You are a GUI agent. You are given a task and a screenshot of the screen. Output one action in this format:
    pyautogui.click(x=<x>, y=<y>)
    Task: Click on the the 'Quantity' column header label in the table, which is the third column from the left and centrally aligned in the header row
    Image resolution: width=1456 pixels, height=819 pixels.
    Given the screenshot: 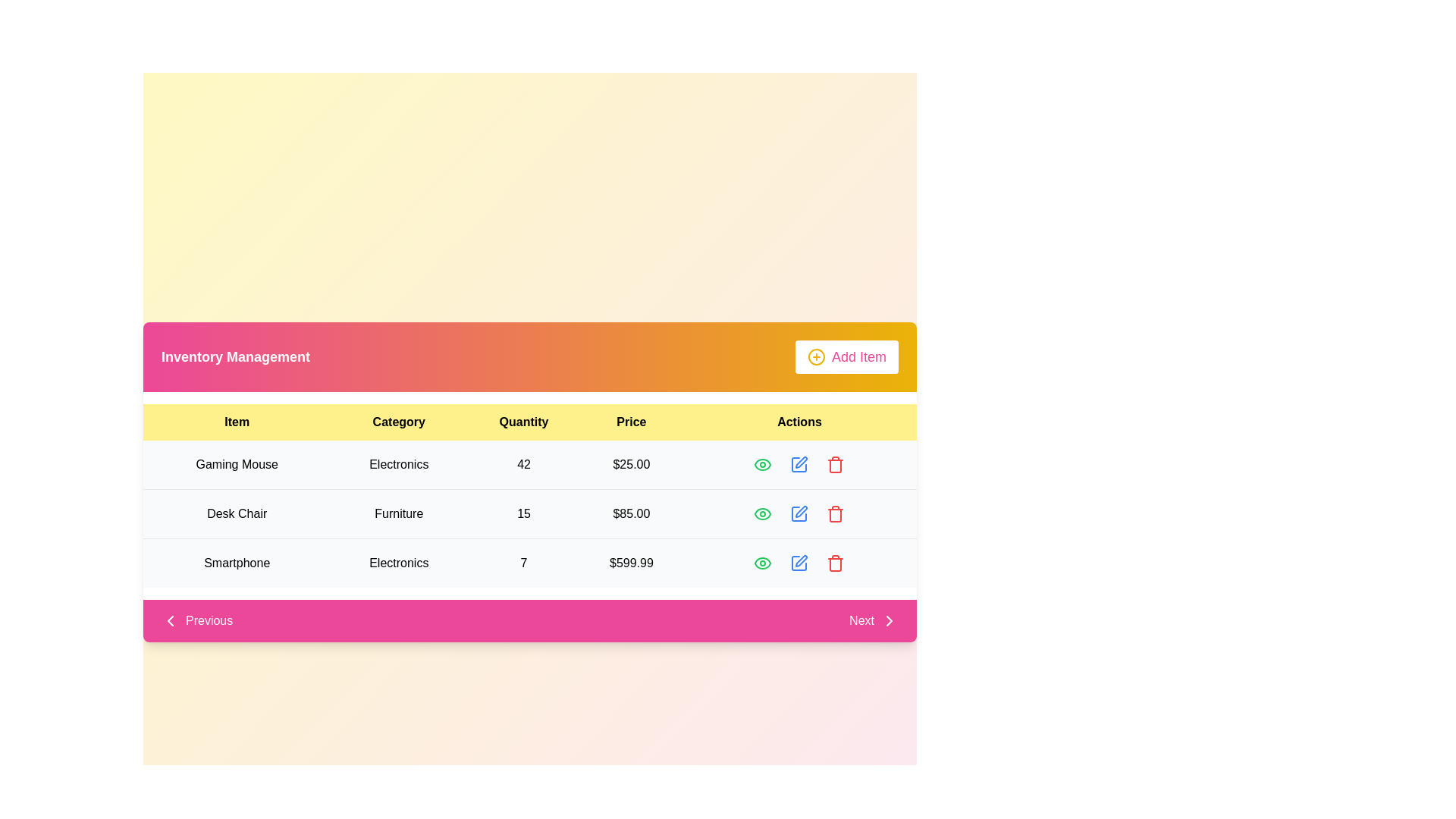 What is the action you would take?
    pyautogui.click(x=524, y=422)
    